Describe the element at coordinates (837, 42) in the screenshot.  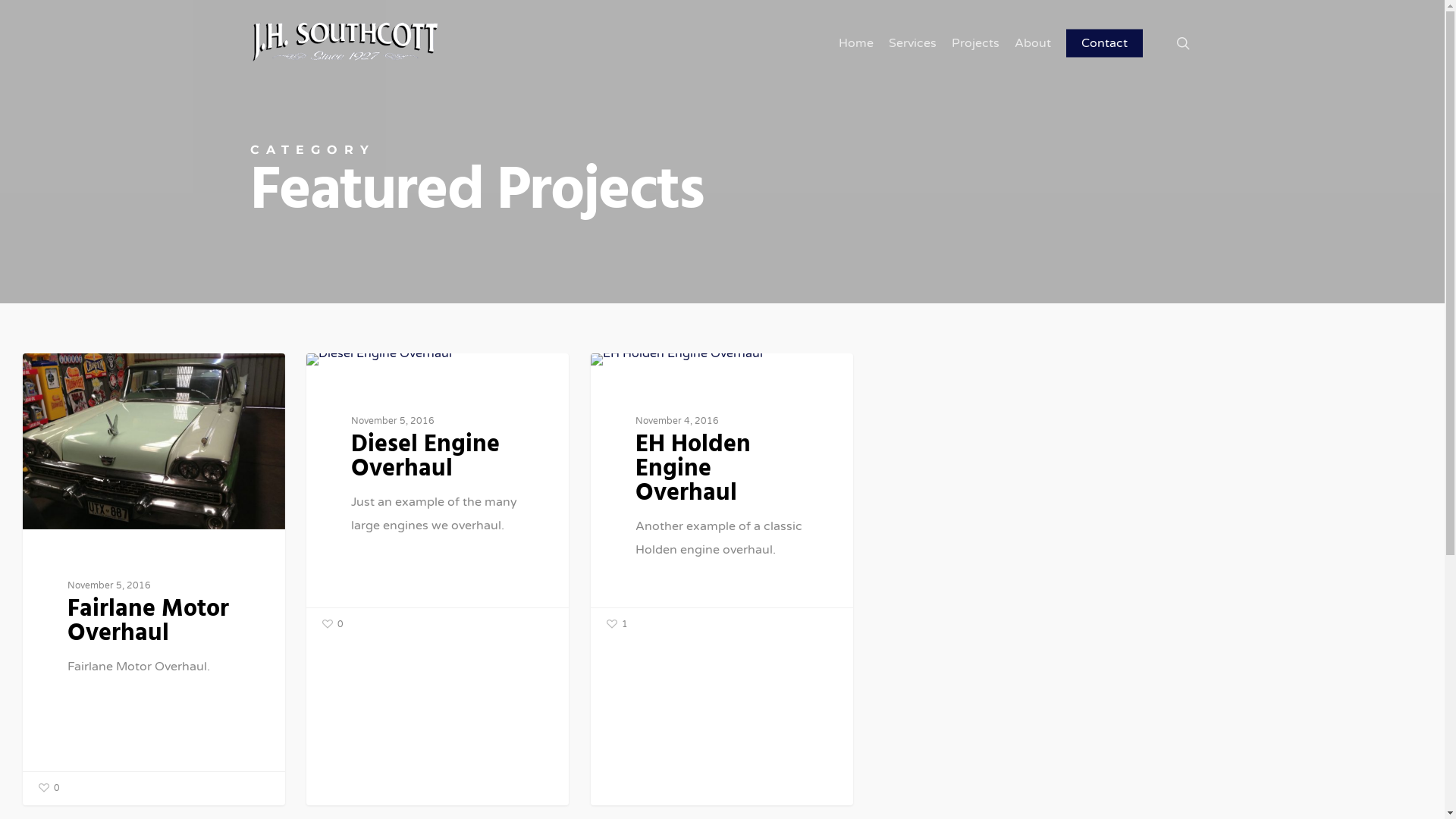
I see `'Home'` at that location.